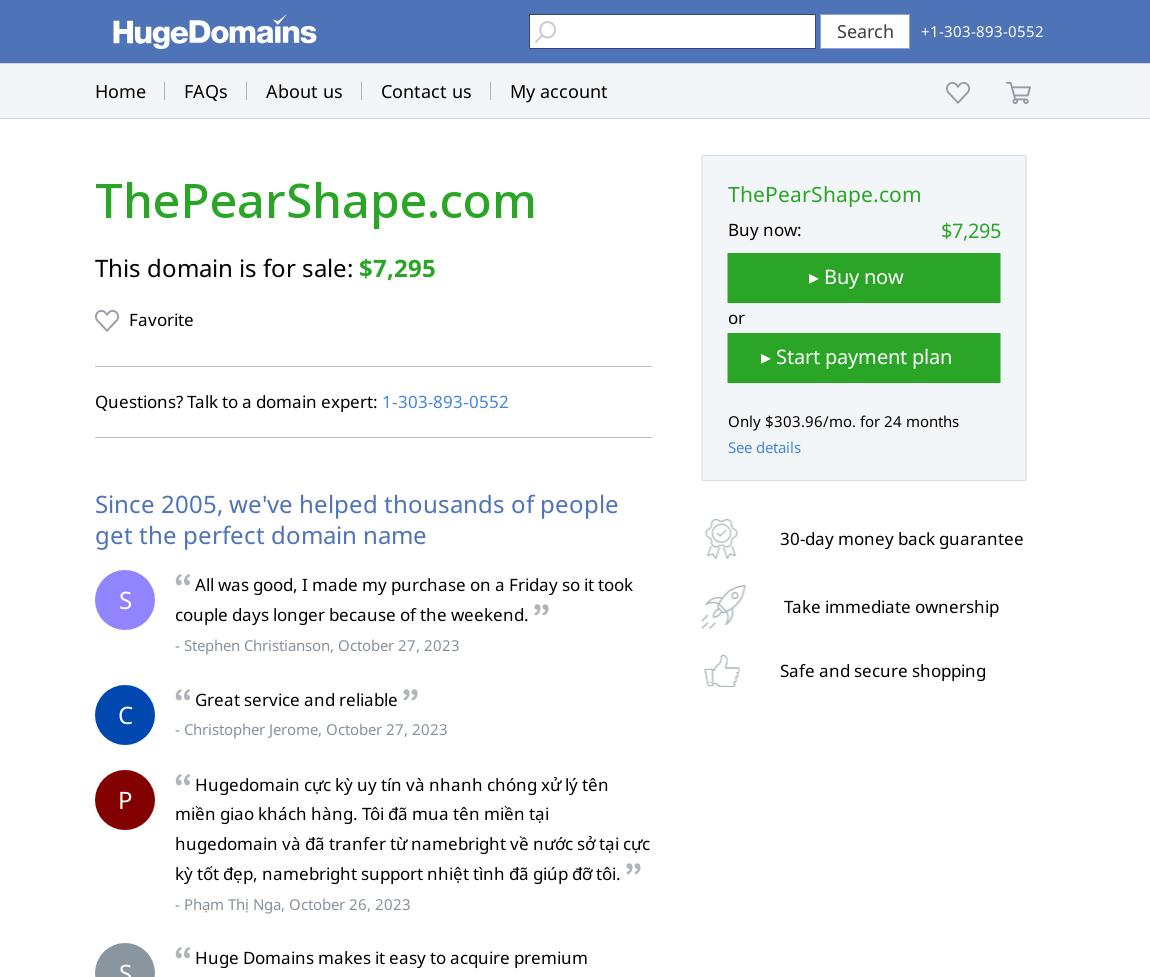 The width and height of the screenshot is (1150, 977). Describe the element at coordinates (559, 90) in the screenshot. I see `'My account'` at that location.